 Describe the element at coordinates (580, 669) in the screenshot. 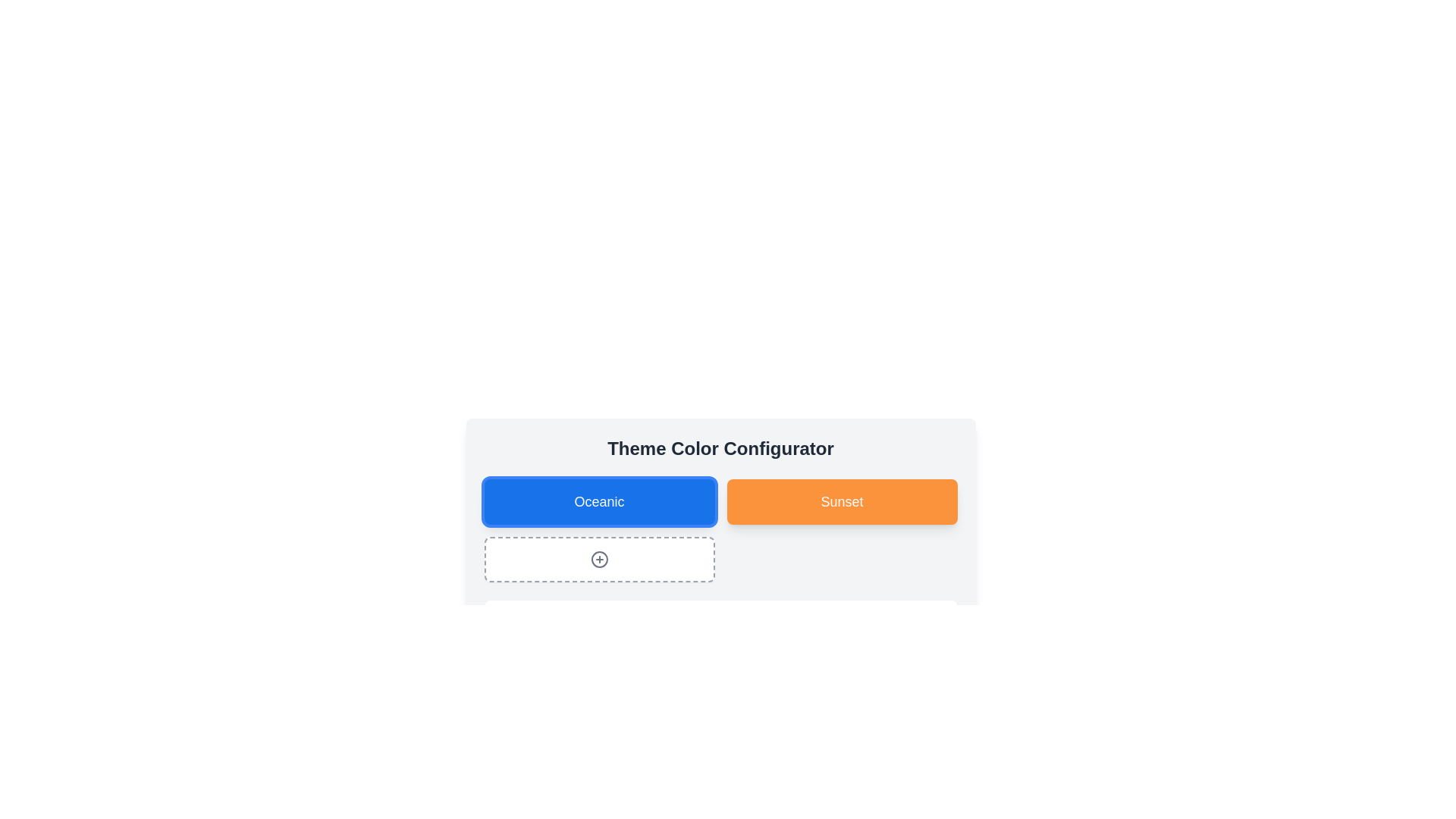

I see `the colored decorative square or card that is the second item in the horizontal group below the 'Theme Color Configurator' section` at that location.